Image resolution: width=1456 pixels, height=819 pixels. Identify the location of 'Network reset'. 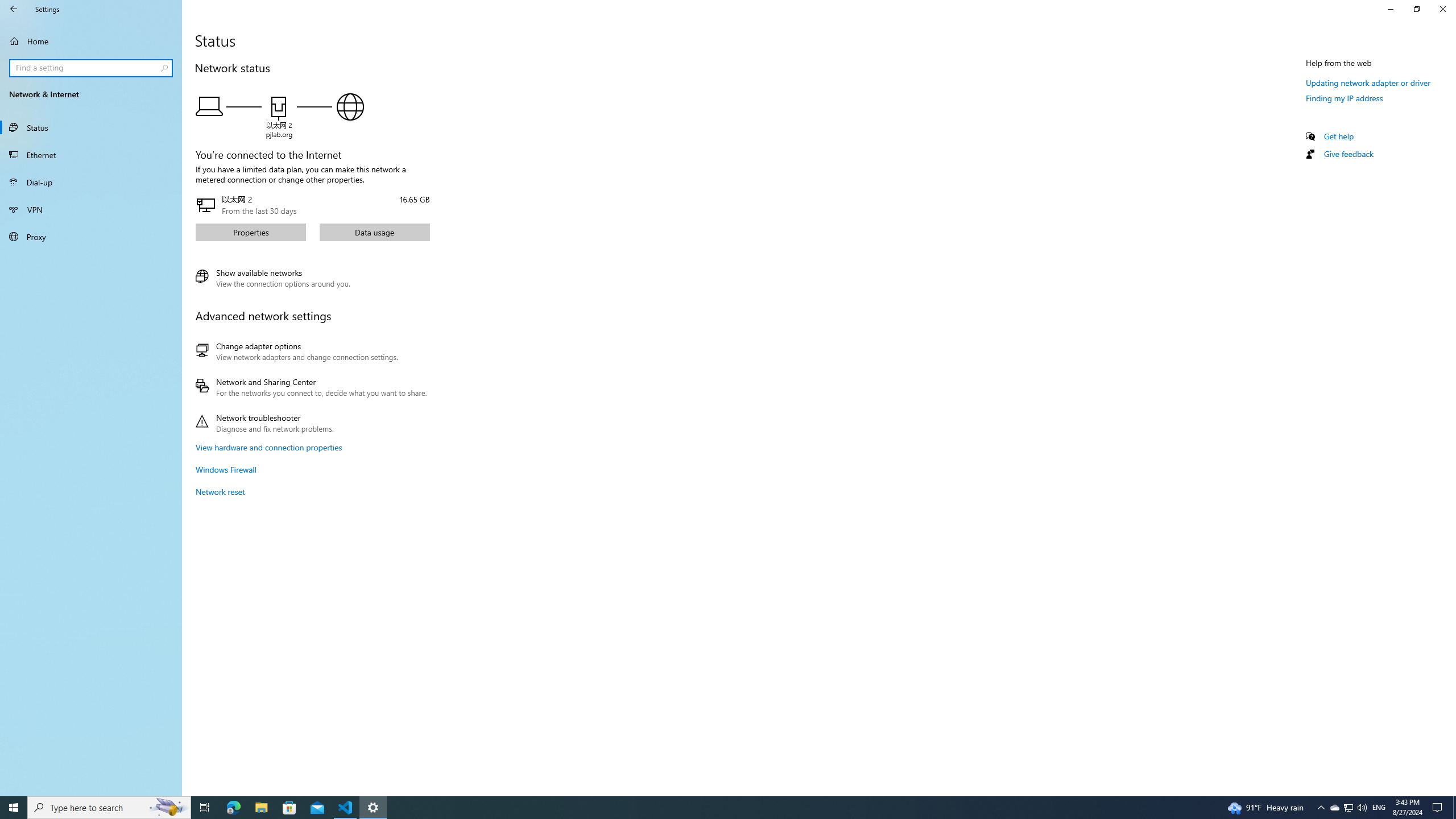
(220, 491).